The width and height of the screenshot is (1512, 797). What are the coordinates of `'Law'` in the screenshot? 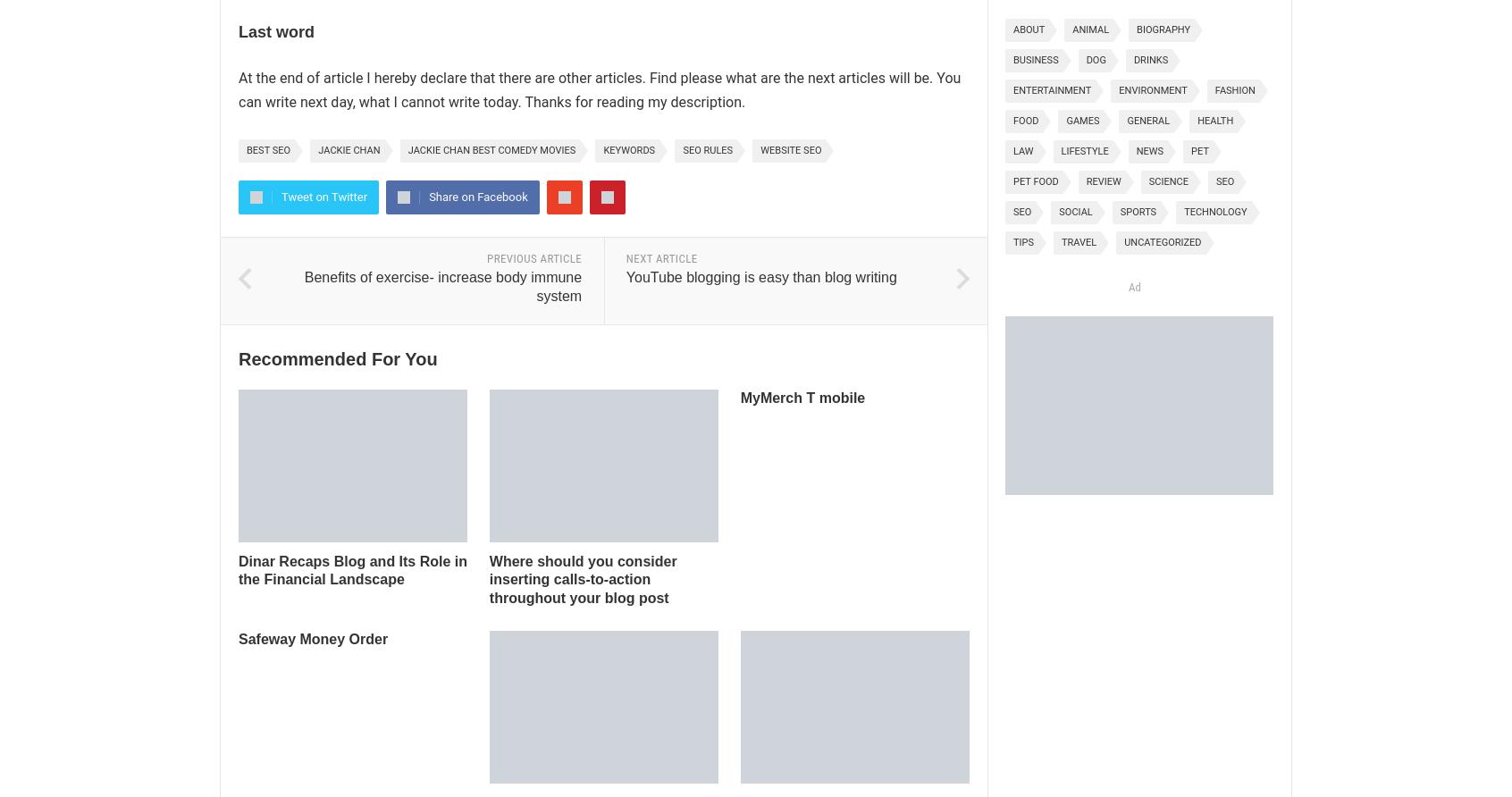 It's located at (1021, 149).